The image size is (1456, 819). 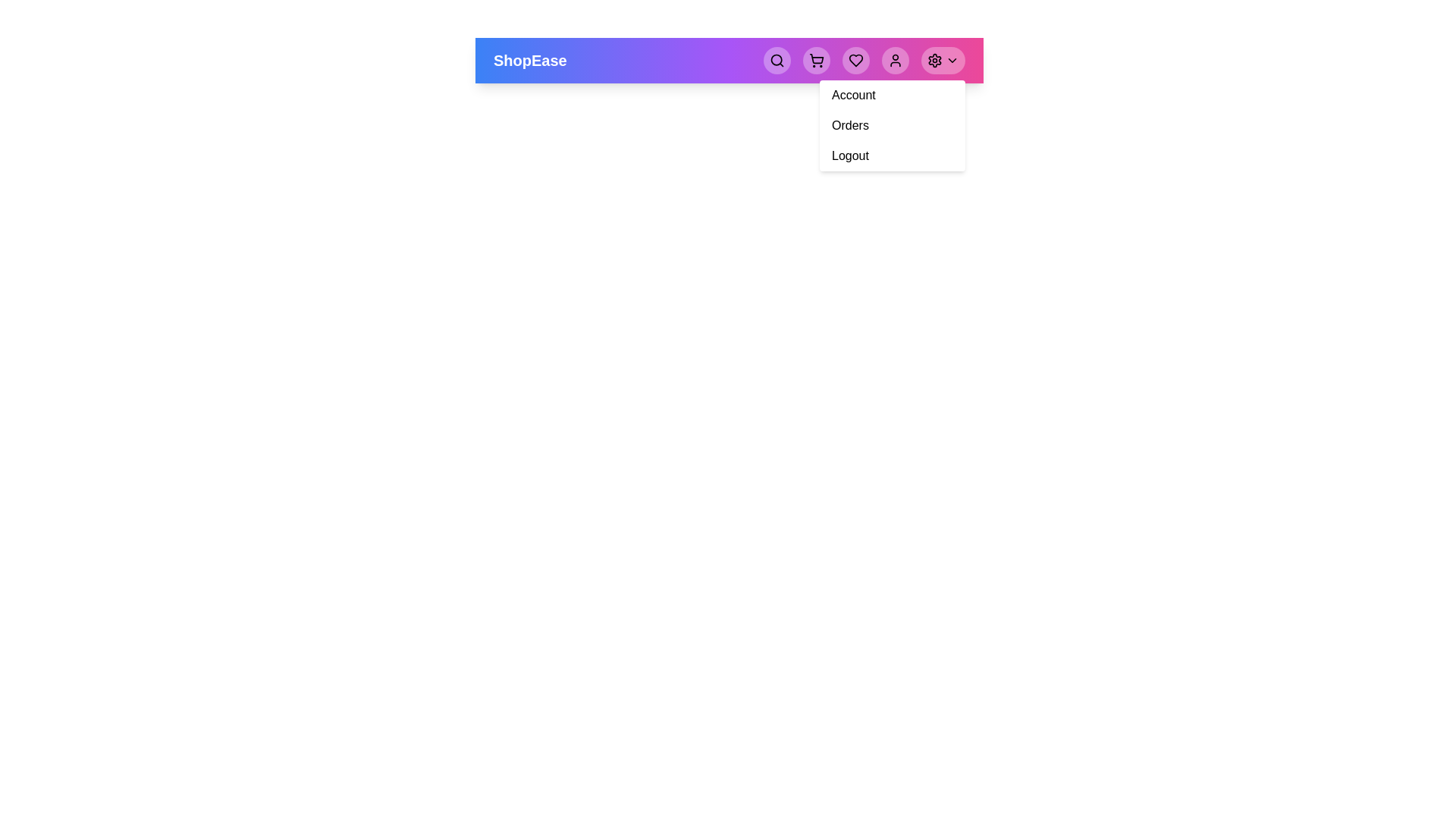 What do you see at coordinates (895, 60) in the screenshot?
I see `the User button` at bounding box center [895, 60].